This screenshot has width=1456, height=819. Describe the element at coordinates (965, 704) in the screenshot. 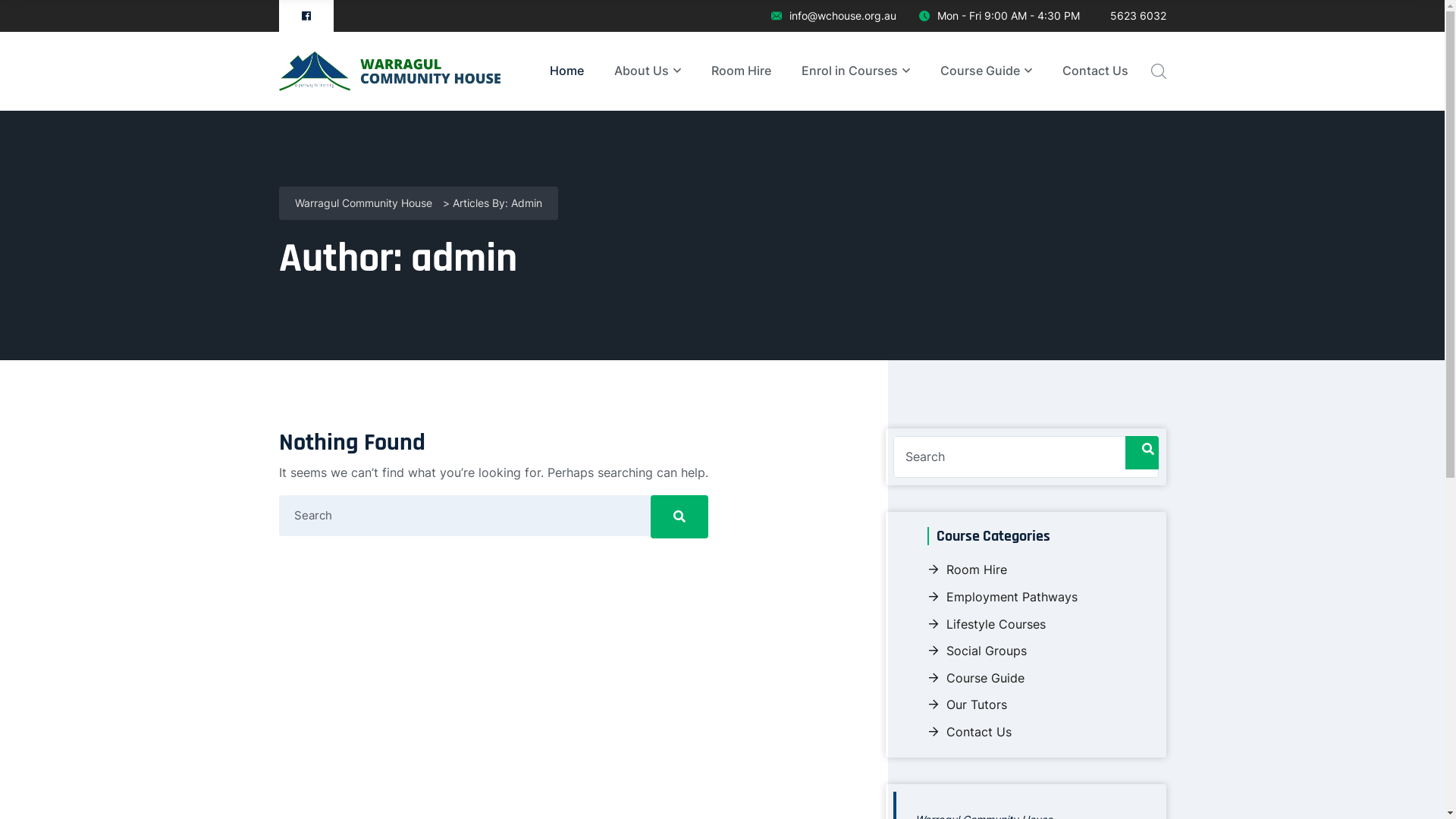

I see `'Our Tutors'` at that location.